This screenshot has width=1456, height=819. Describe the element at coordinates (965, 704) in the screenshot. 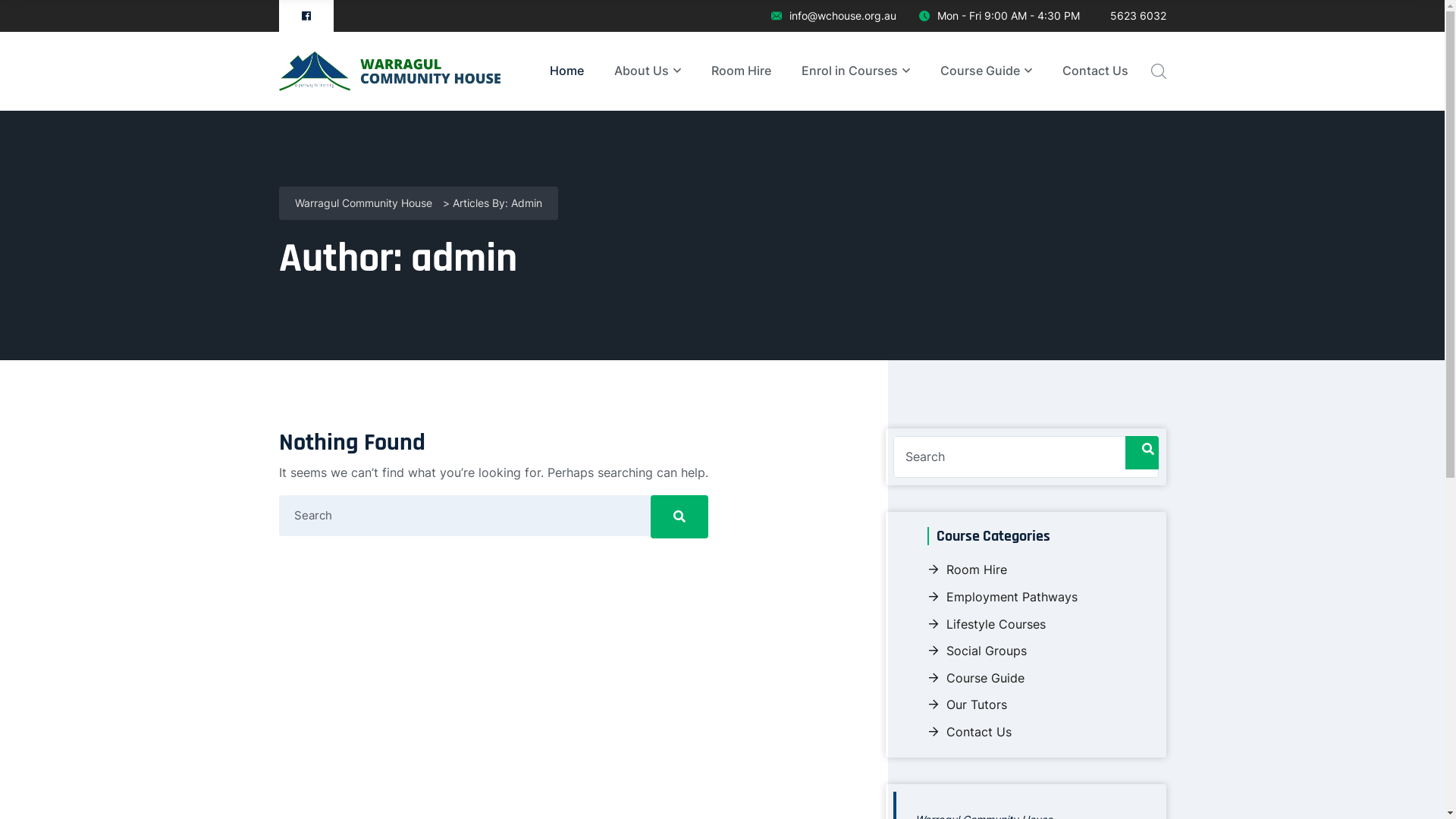

I see `'Our Tutors'` at that location.